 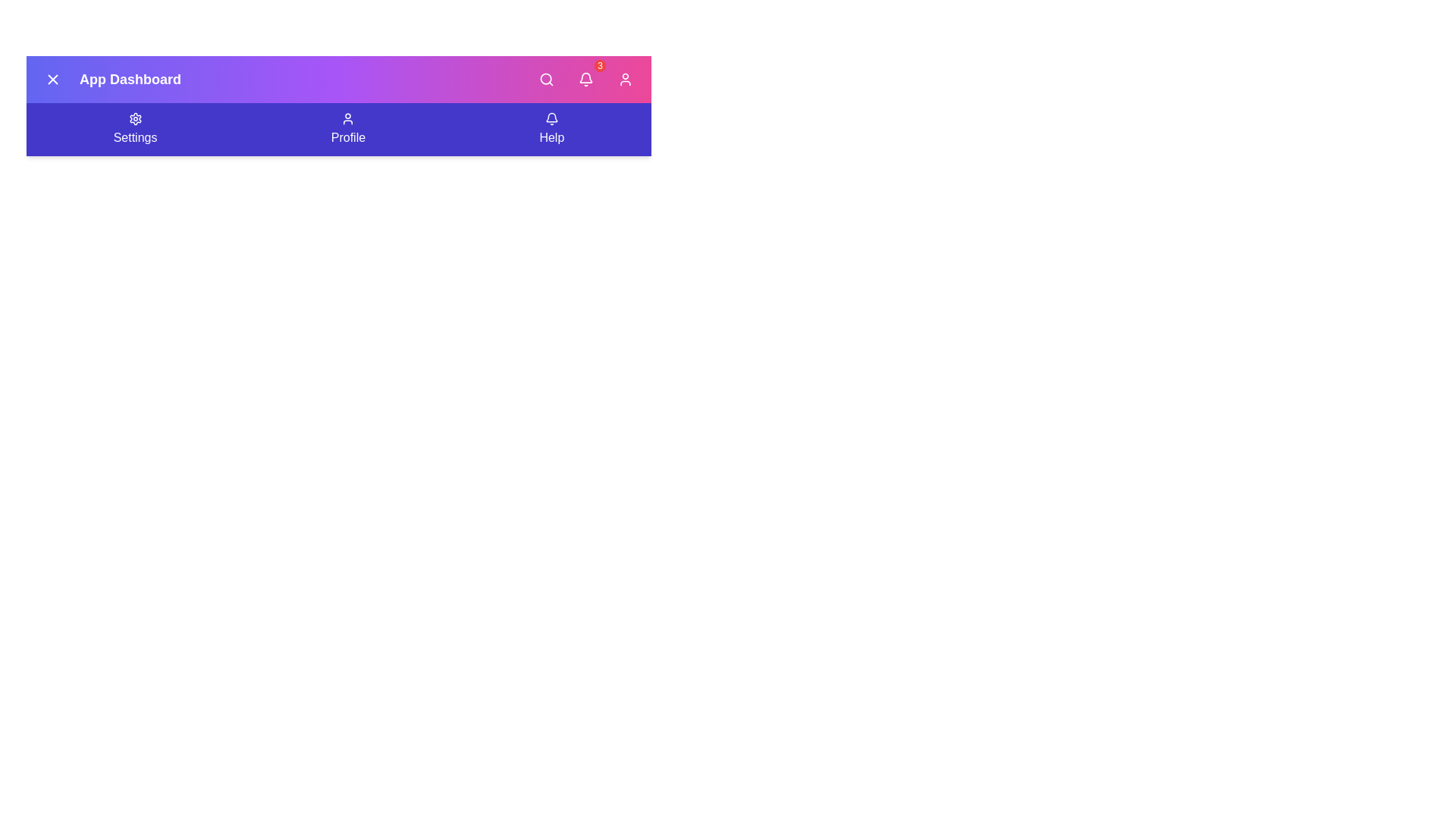 What do you see at coordinates (546, 79) in the screenshot?
I see `the 'Search' button to initiate a search action` at bounding box center [546, 79].